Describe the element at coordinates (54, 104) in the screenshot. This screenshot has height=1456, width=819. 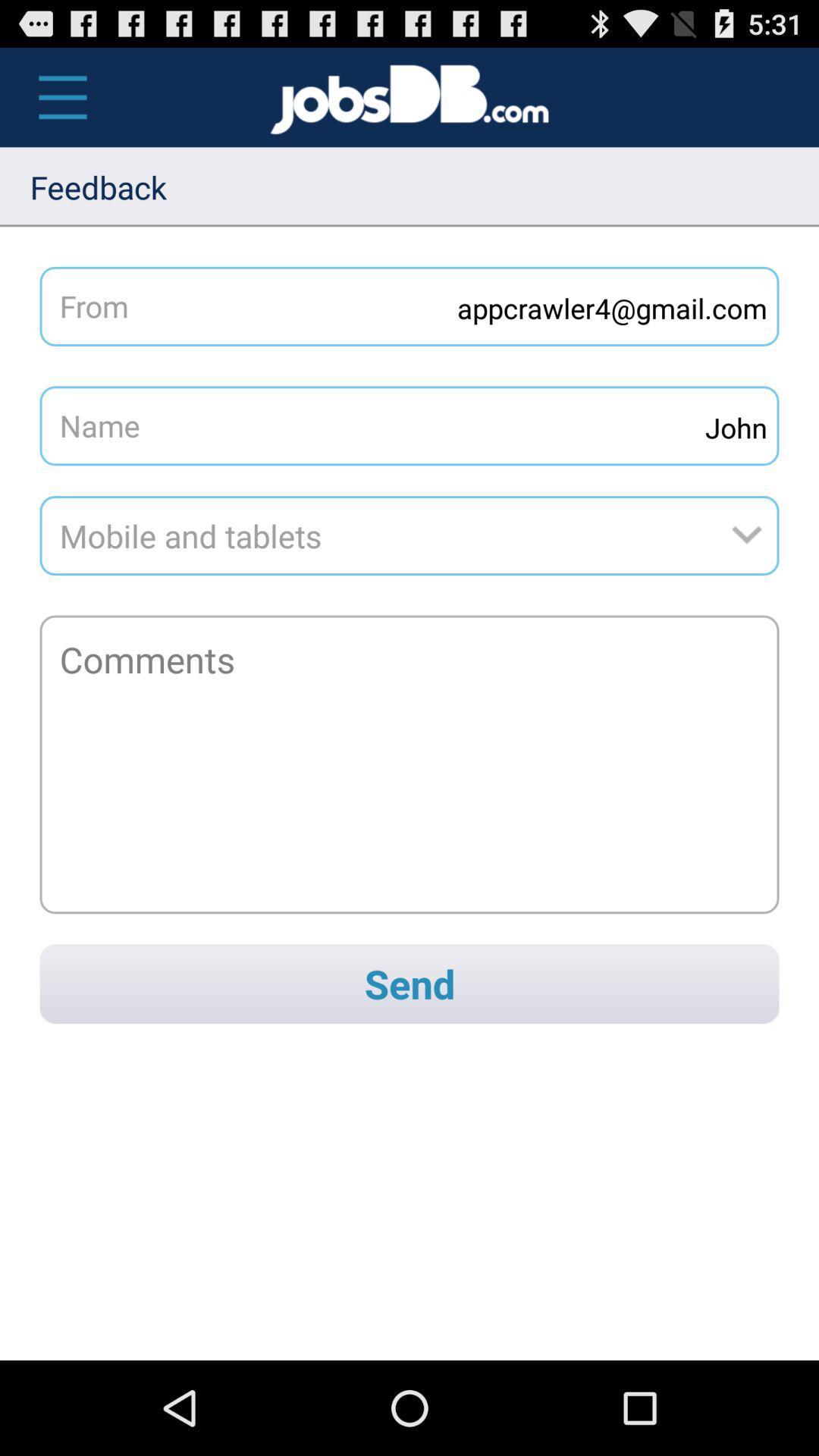
I see `the menu icon` at that location.